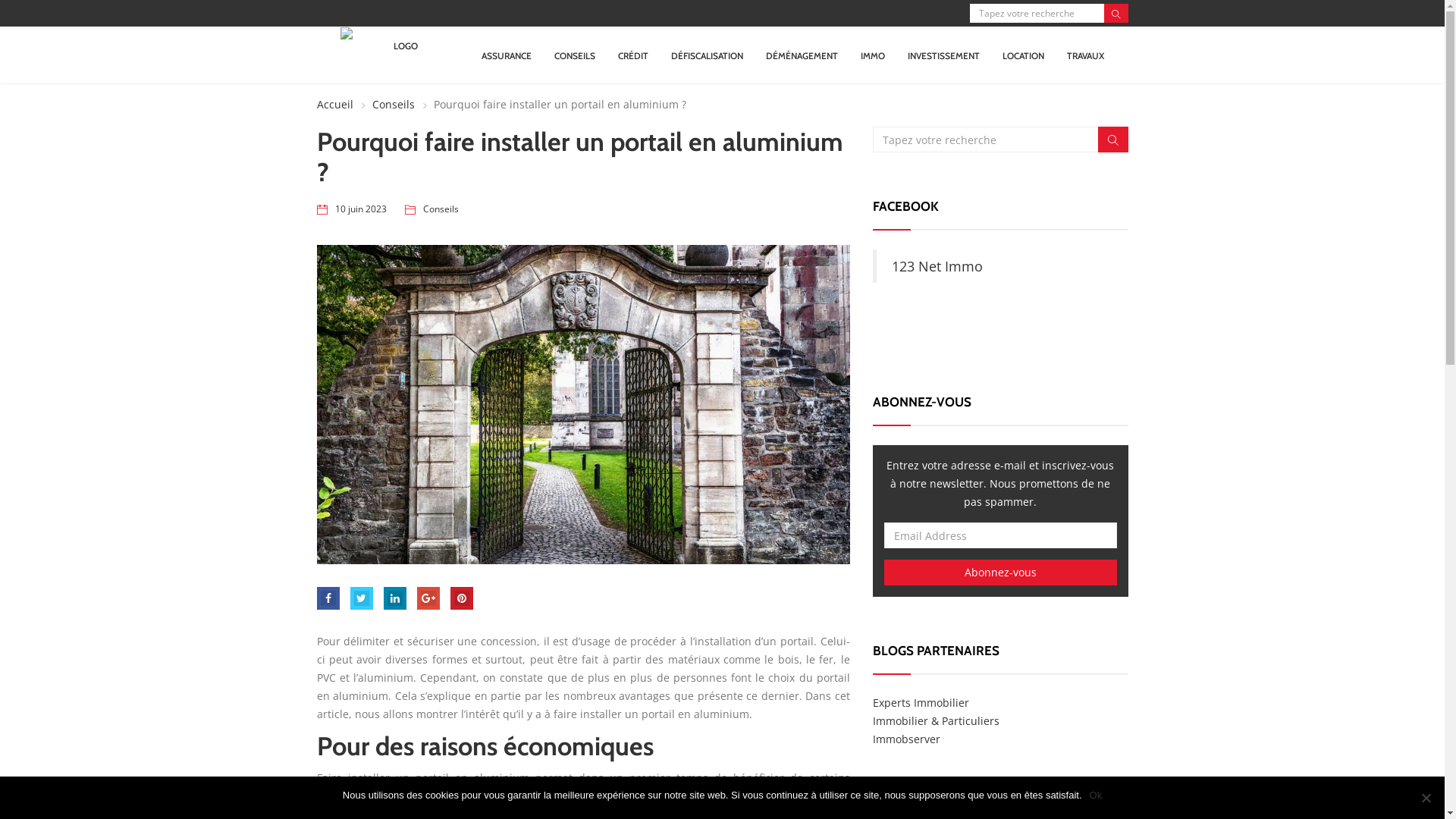 Image resolution: width=1456 pixels, height=819 pixels. What do you see at coordinates (937, 265) in the screenshot?
I see `'123 Net Immo'` at bounding box center [937, 265].